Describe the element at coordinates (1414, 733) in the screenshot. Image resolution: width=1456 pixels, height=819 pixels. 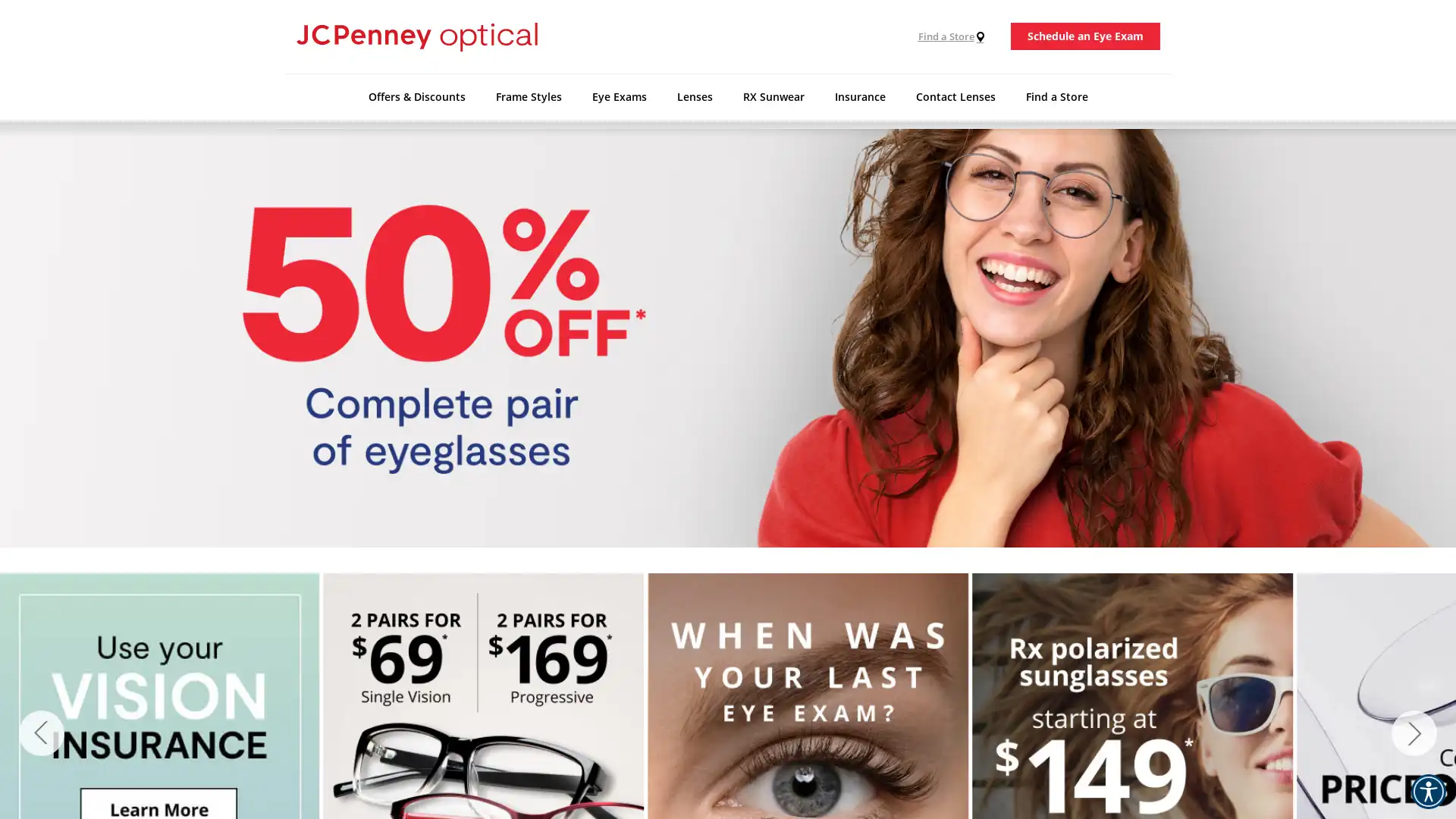
I see `next` at that location.